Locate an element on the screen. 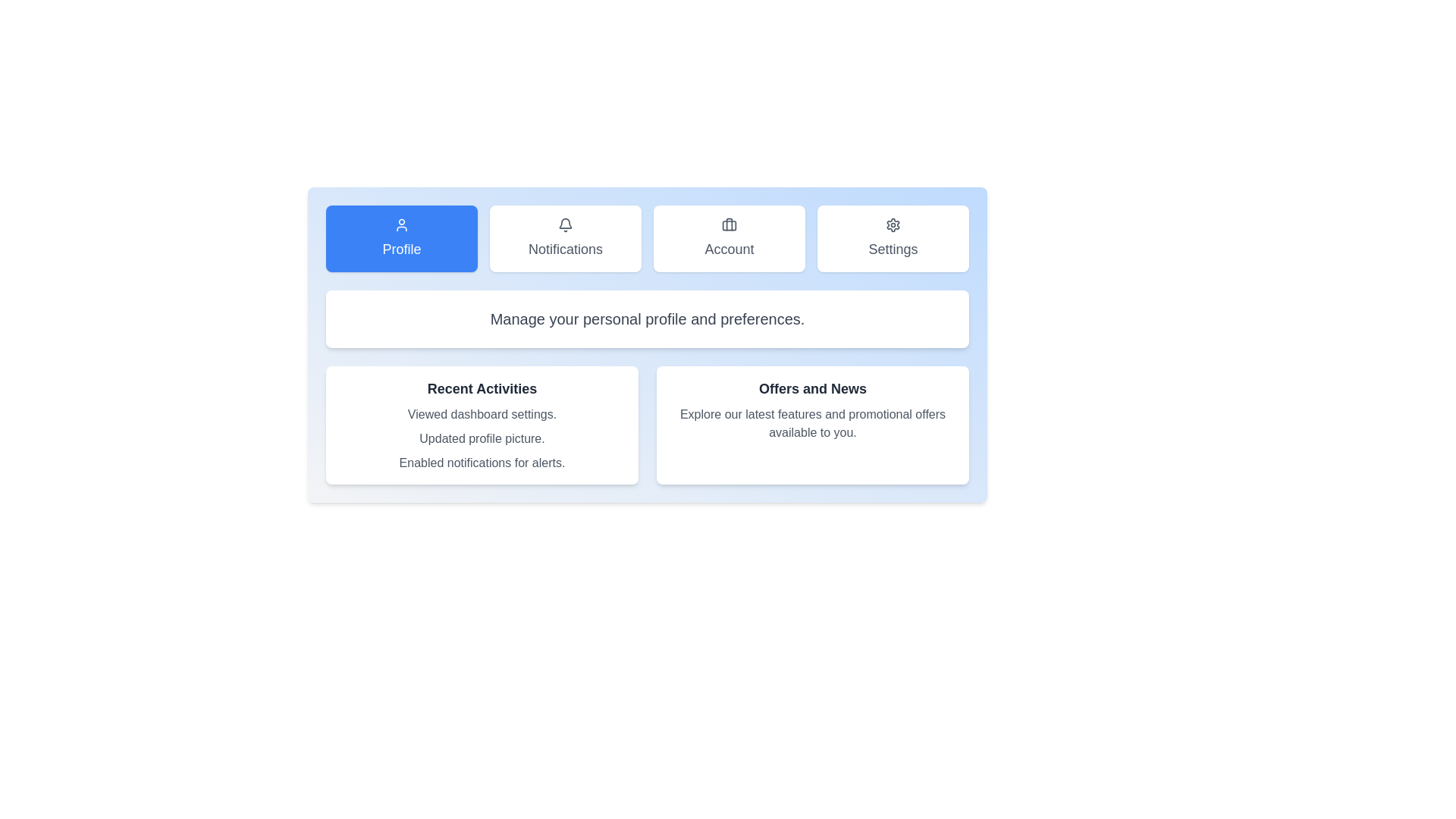 The width and height of the screenshot is (1456, 819). the Dashboard Panel, which serves as a summary panel providing access to sections like 'Profile', 'Account', and 'Settings' is located at coordinates (648, 345).